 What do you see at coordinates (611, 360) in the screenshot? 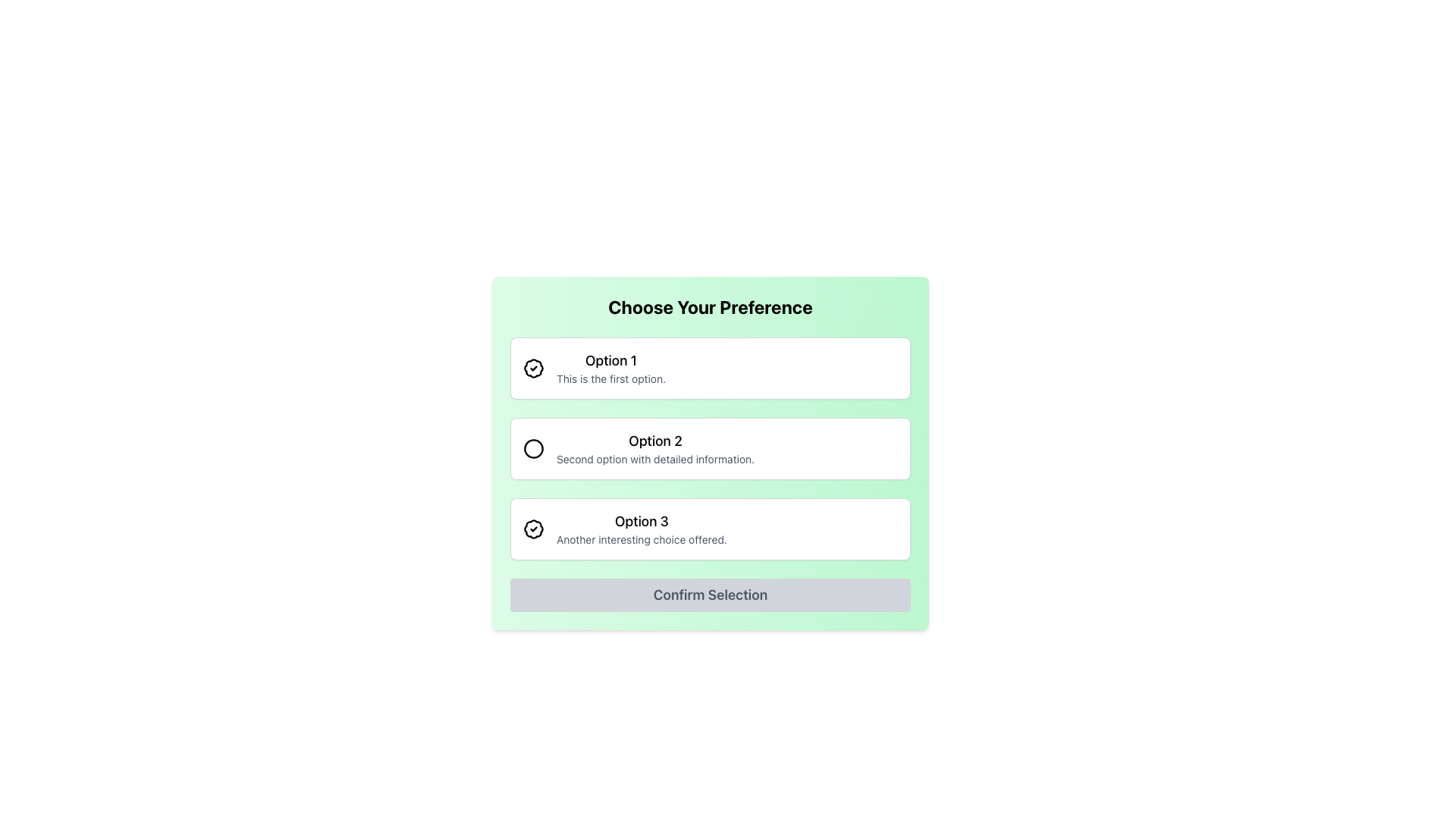
I see `the static text label 'Option 1', which is presented in bold font and located inside the first option card of the green selection panel, below the title 'Choose Your Preference'` at bounding box center [611, 360].